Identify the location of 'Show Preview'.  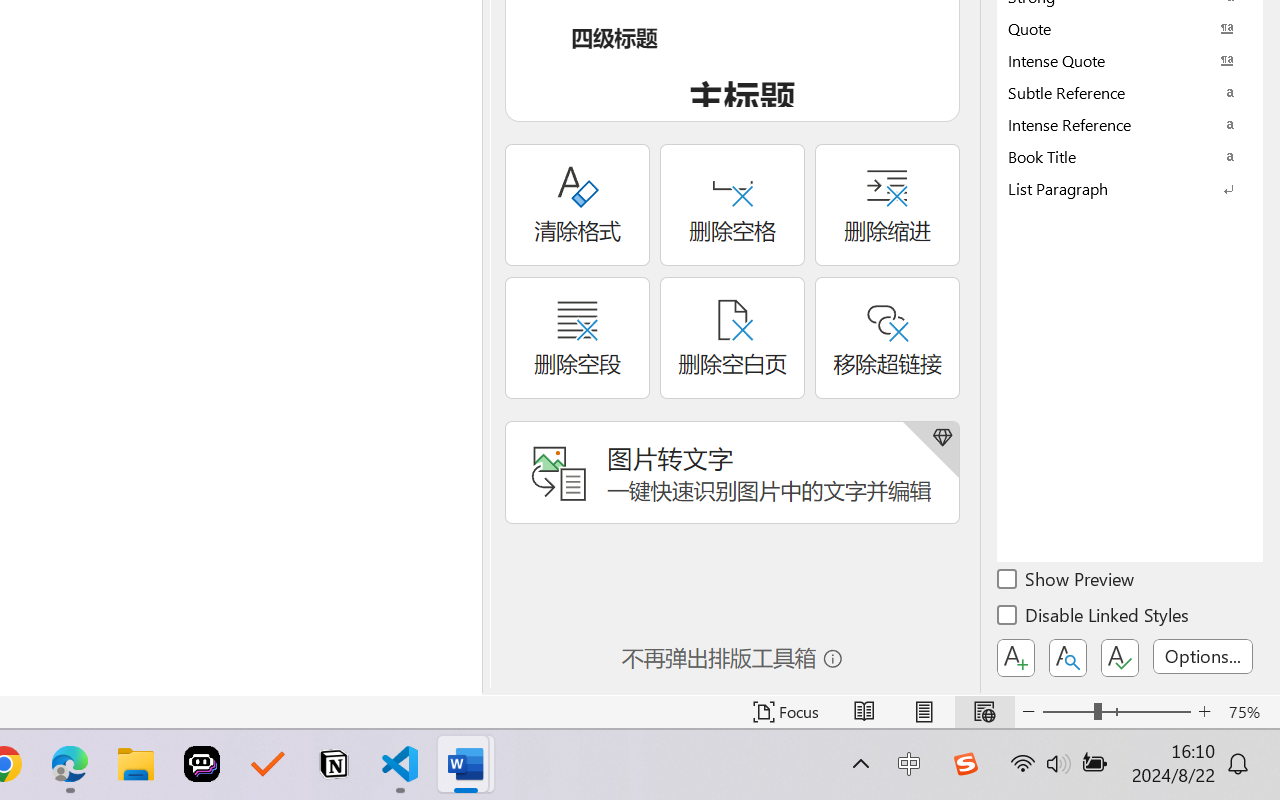
(1066, 581).